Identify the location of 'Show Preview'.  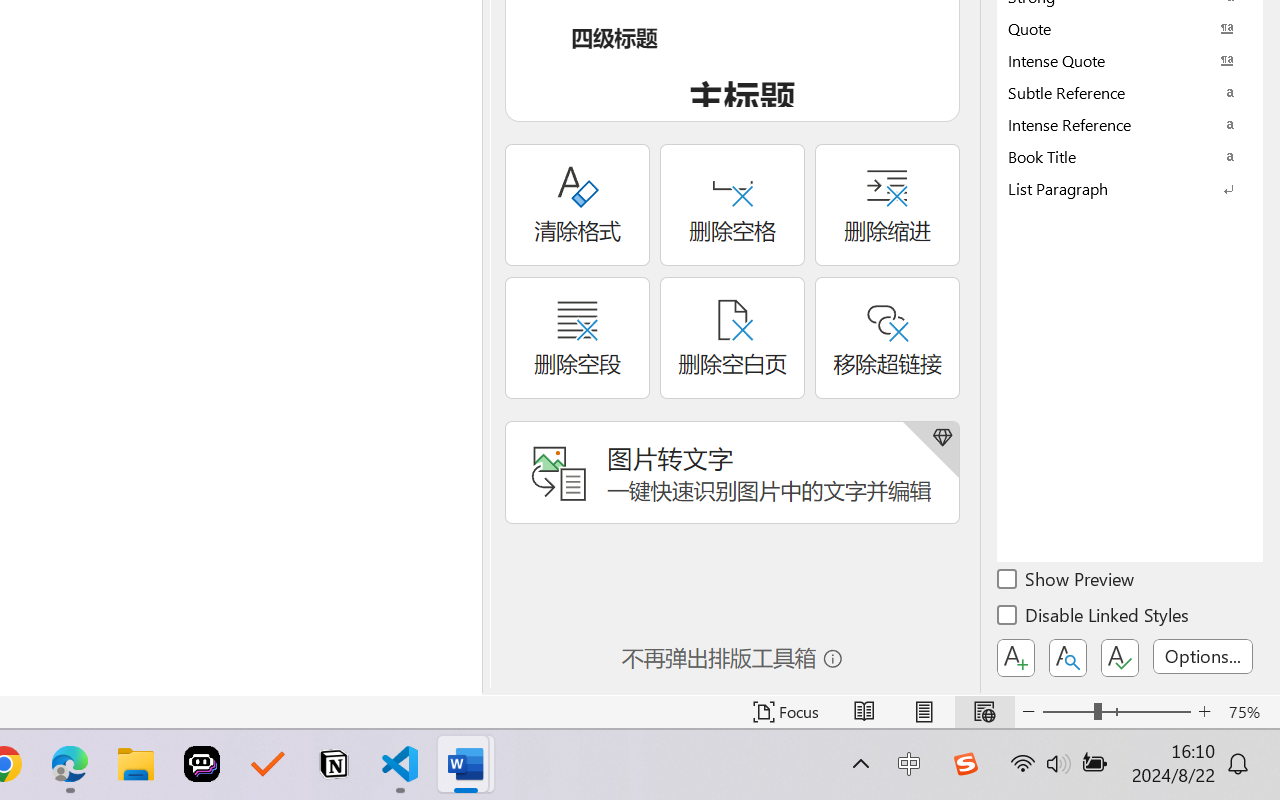
(1066, 581).